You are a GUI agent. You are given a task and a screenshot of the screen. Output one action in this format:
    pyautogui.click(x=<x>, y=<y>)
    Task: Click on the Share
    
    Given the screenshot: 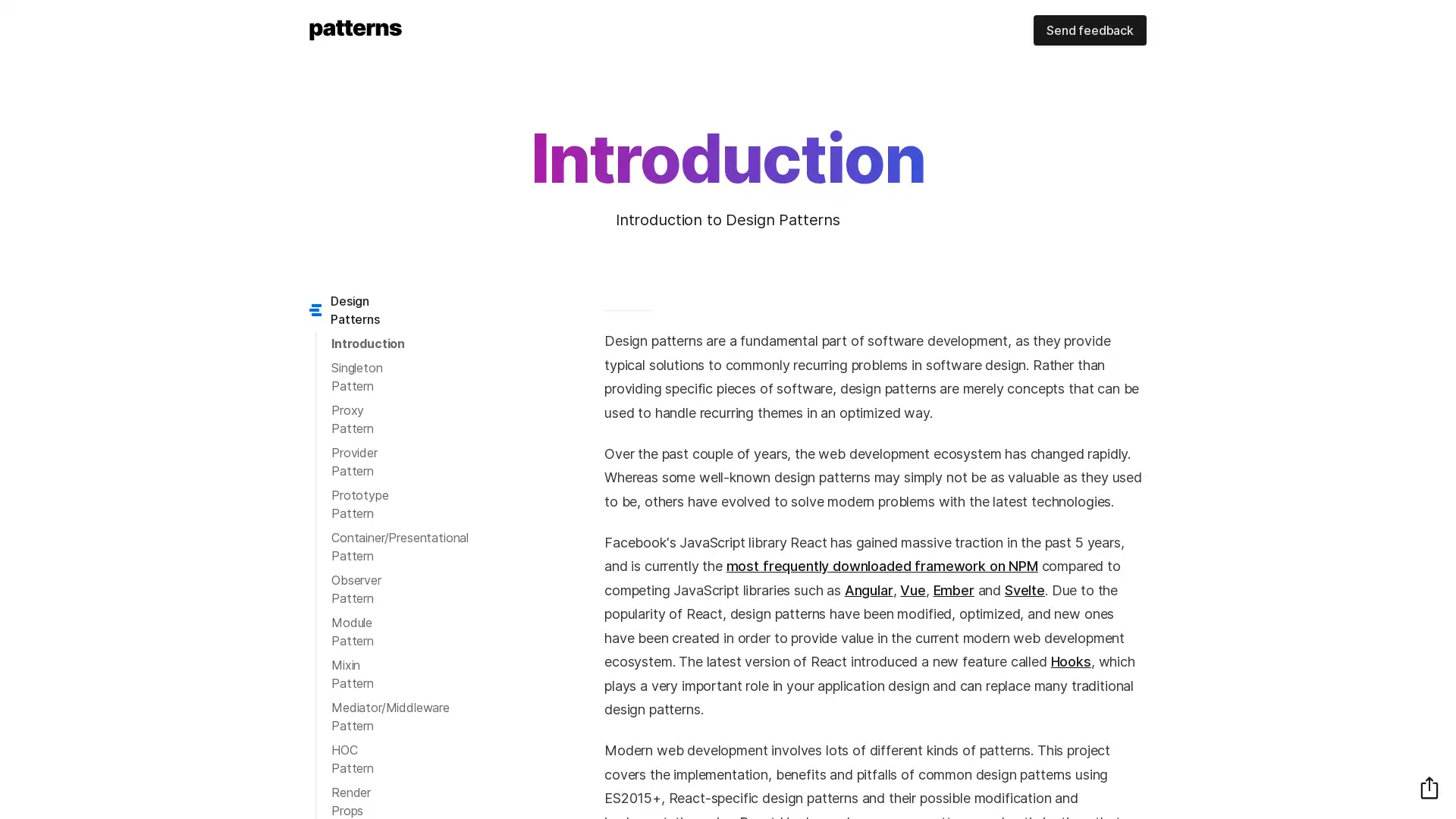 What is the action you would take?
    pyautogui.click(x=1429, y=786)
    